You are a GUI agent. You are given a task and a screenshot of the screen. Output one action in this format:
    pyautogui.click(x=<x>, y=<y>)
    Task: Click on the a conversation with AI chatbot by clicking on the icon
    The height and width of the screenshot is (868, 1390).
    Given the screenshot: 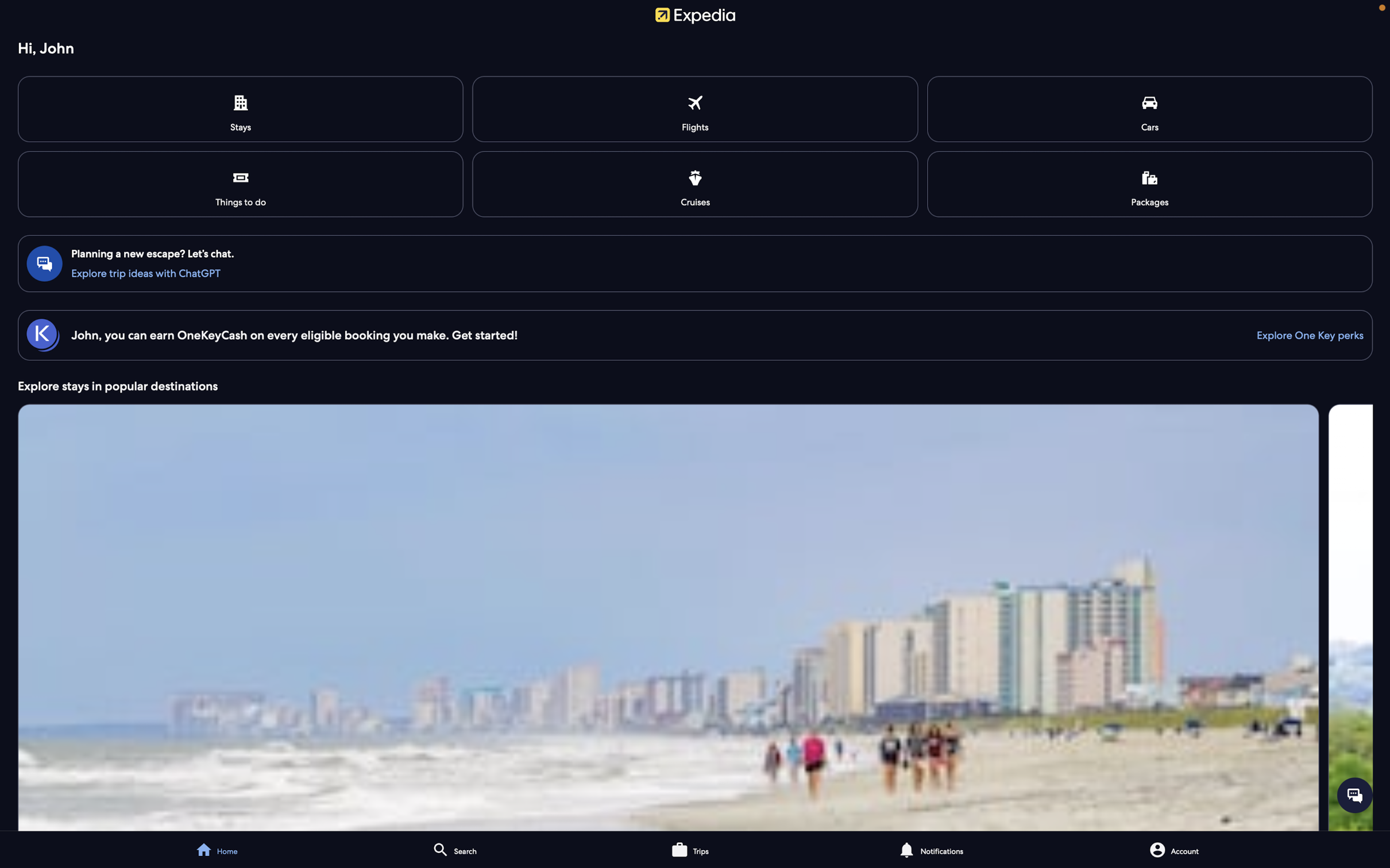 What is the action you would take?
    pyautogui.click(x=1354, y=794)
    